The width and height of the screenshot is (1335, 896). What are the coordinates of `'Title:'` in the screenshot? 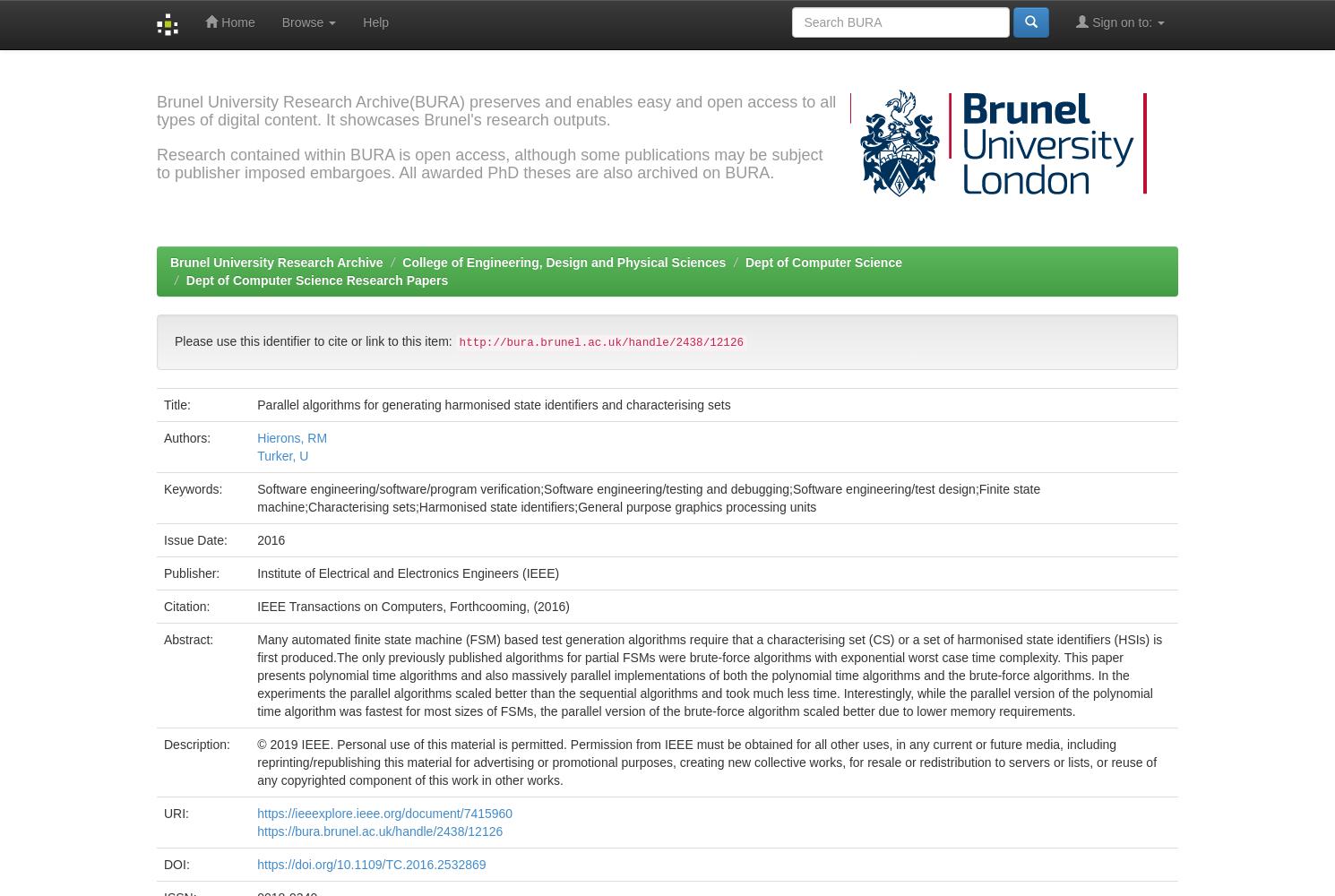 It's located at (178, 403).